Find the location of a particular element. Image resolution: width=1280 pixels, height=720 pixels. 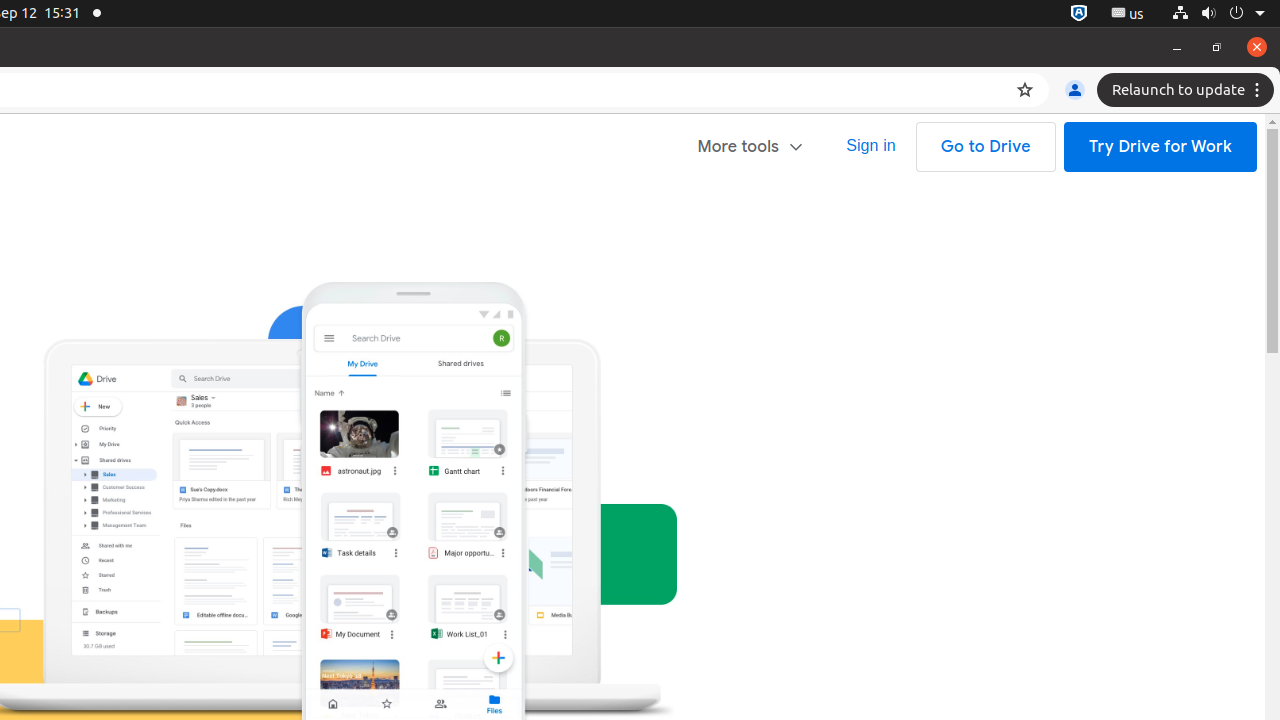

'Go to Drive' is located at coordinates (985, 146).